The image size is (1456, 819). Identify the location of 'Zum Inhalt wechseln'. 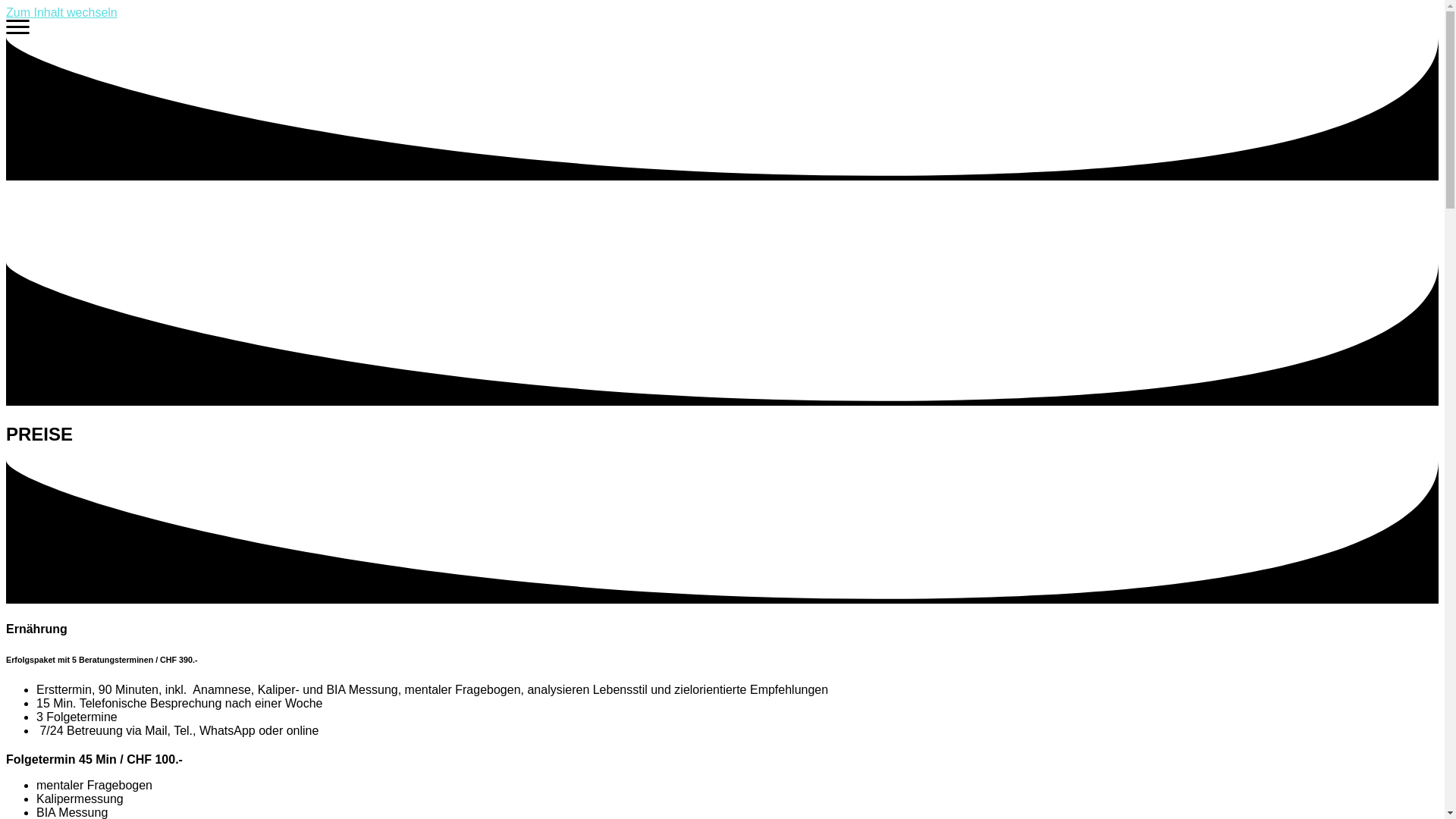
(61, 12).